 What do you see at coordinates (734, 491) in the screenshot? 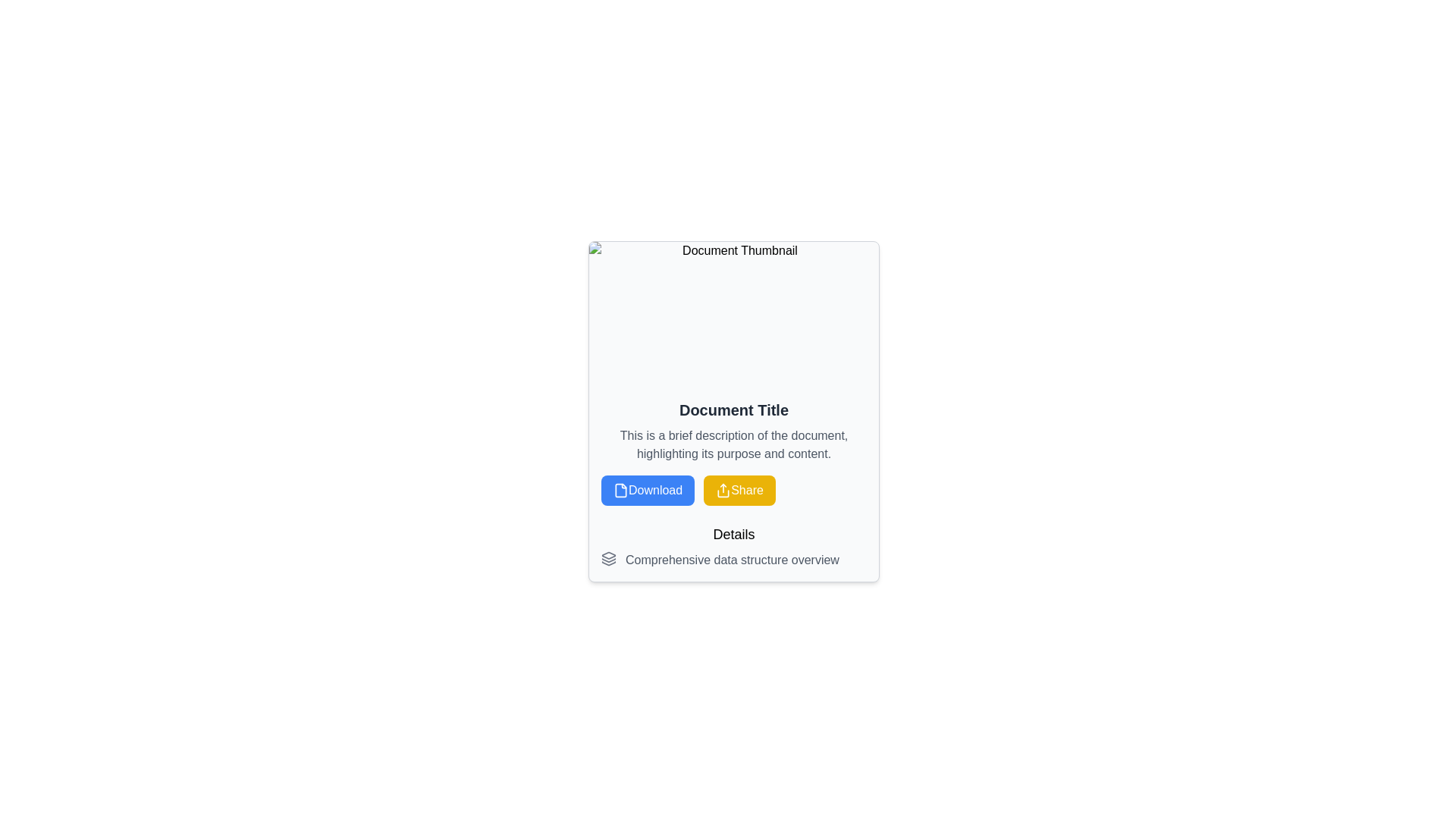
I see `the 'Download' and 'Share' buttons in the button group` at bounding box center [734, 491].